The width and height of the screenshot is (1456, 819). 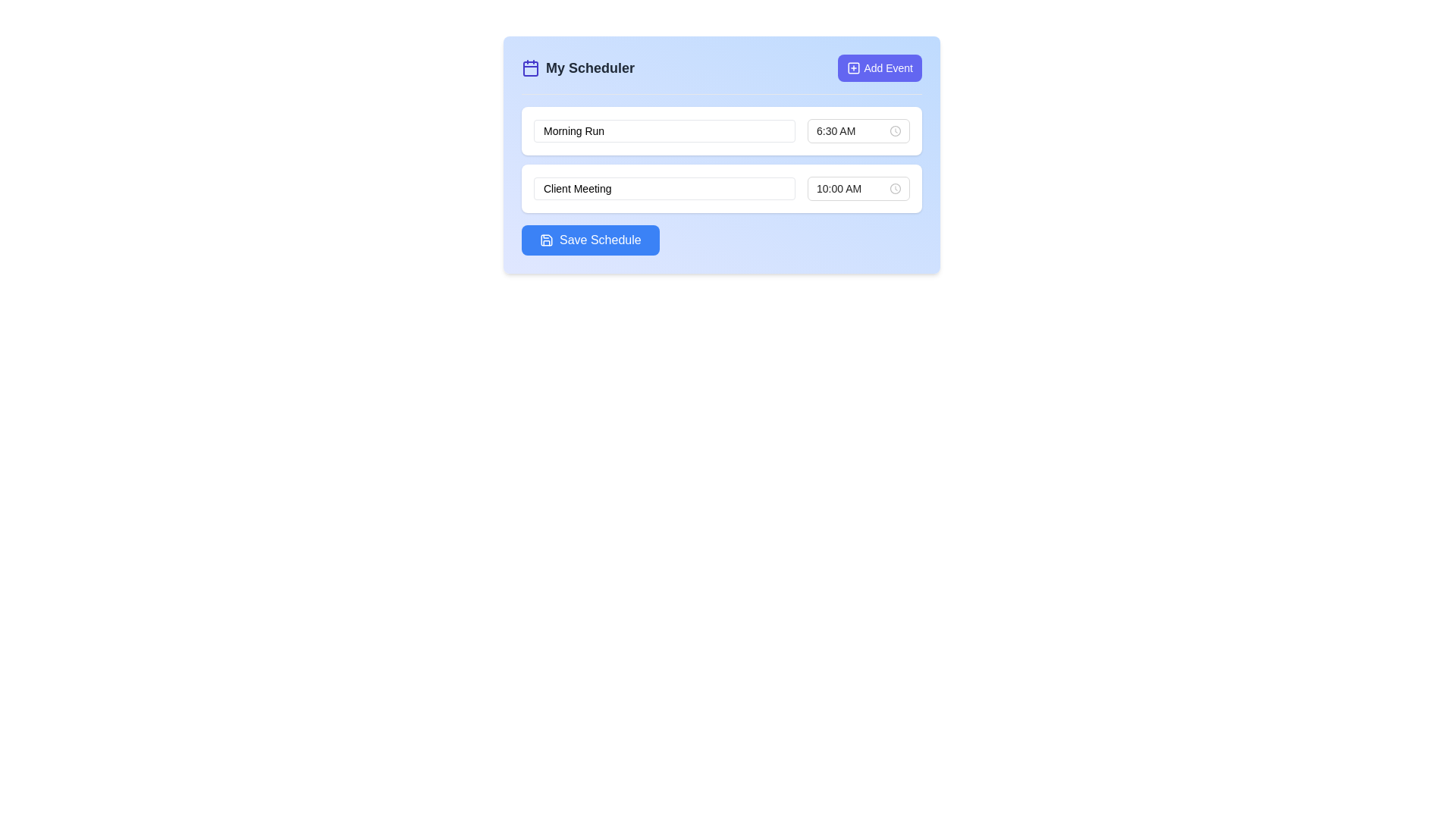 What do you see at coordinates (858, 130) in the screenshot?
I see `the Time Picker Input element displaying '6:30 AM' located in the 'My Scheduler' section next to 'Morning Run' to enable input` at bounding box center [858, 130].